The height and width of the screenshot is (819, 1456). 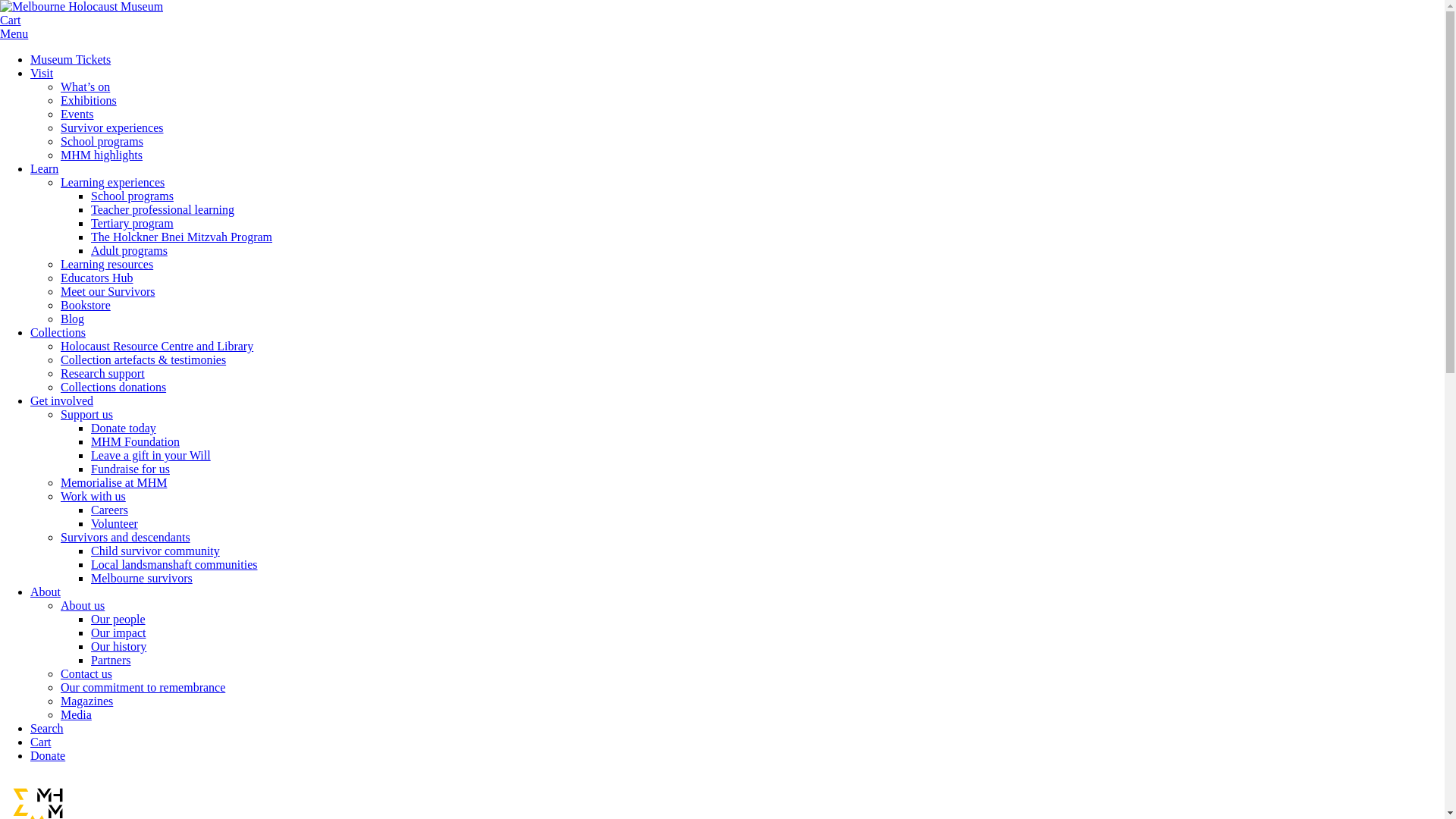 I want to click on 'MHM Foundation', so click(x=135, y=441).